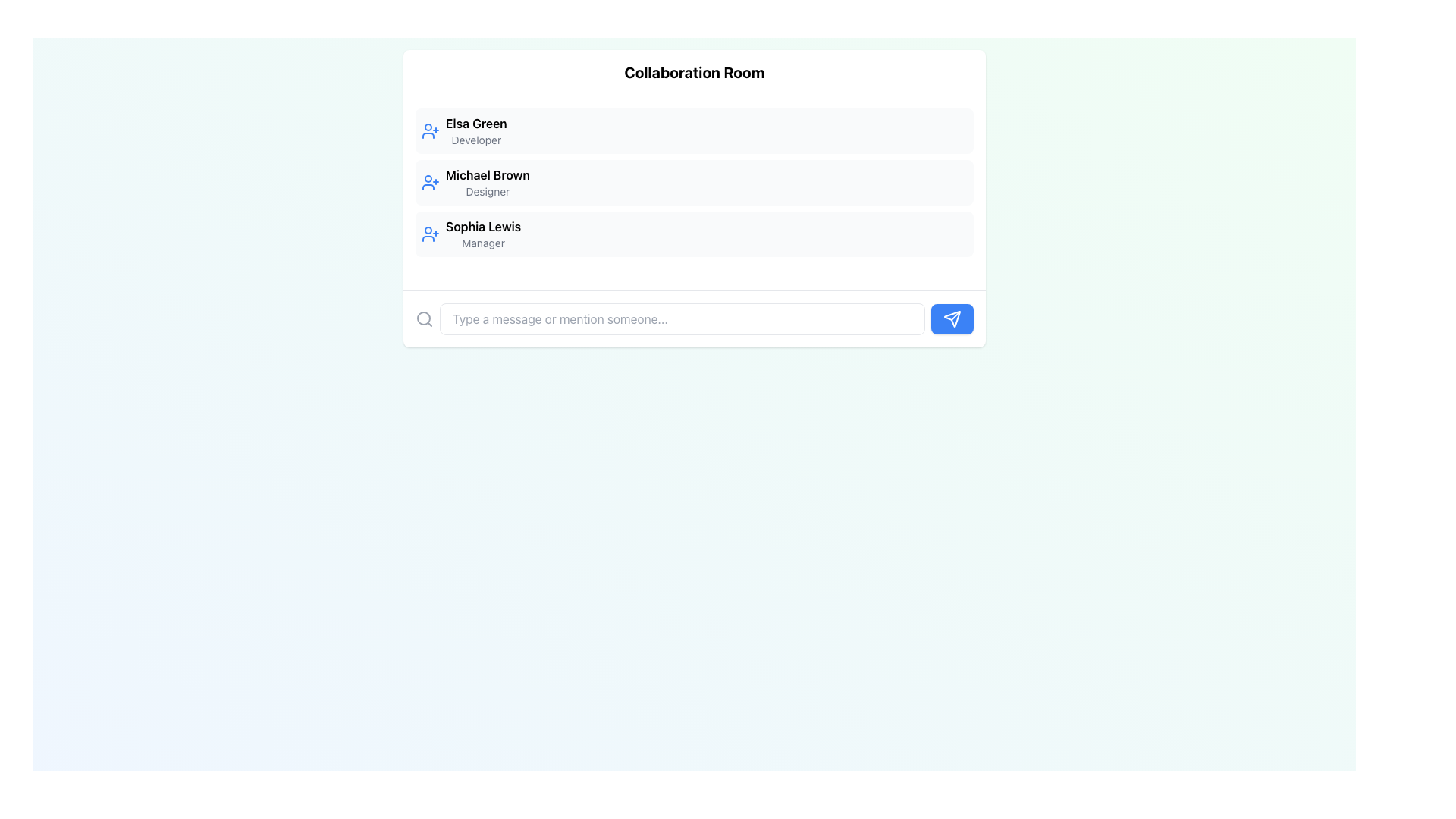 The height and width of the screenshot is (819, 1456). What do you see at coordinates (488, 181) in the screenshot?
I see `the Text Display element that shows a user's name and designation, positioned between 'Elsa Green Developer' and 'Sophia Lewis Manager'` at bounding box center [488, 181].